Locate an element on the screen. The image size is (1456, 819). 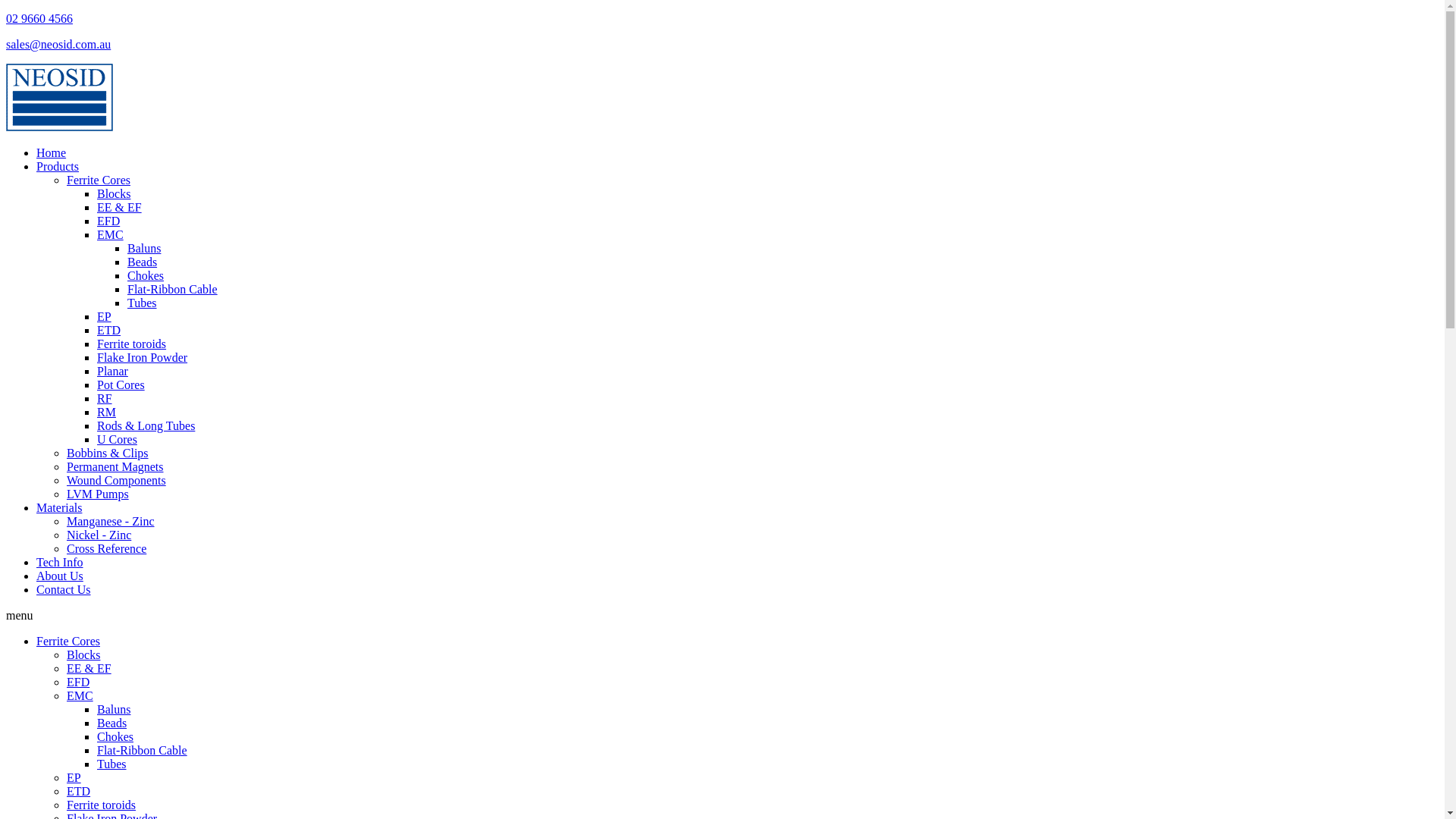
'Tubes' is located at coordinates (96, 764).